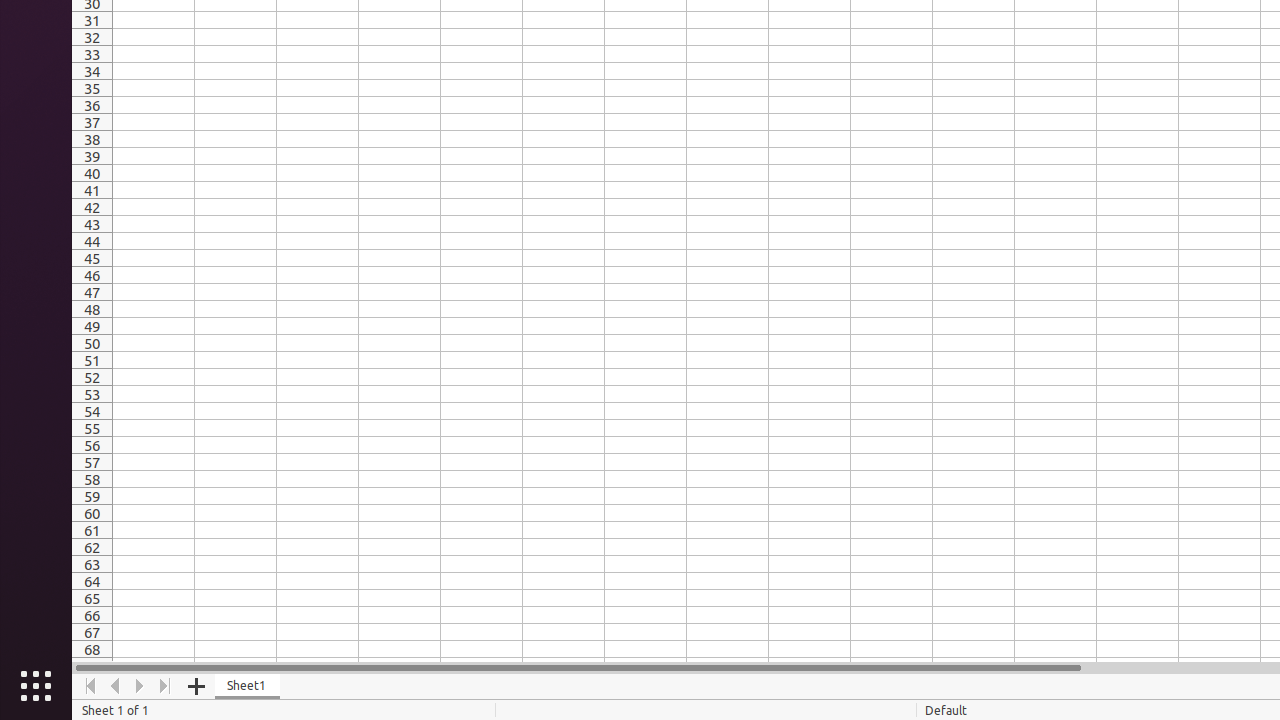  What do you see at coordinates (35, 685) in the screenshot?
I see `'Show Applications'` at bounding box center [35, 685].